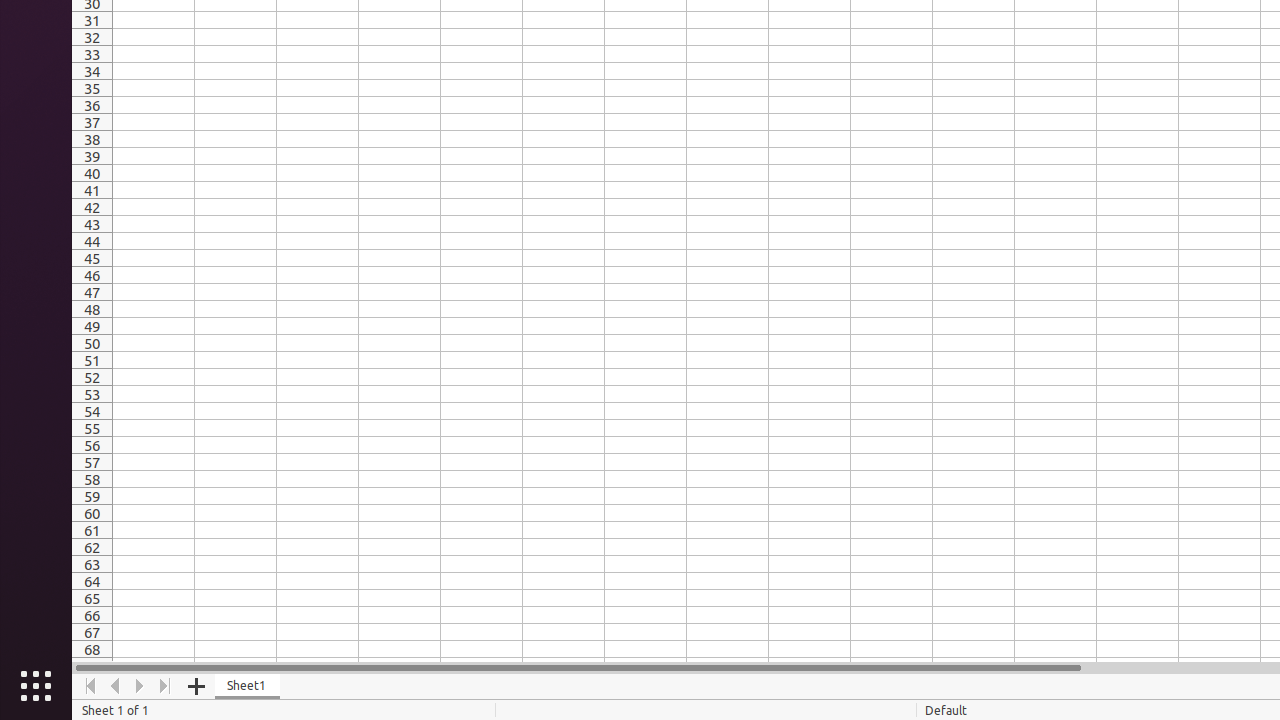  What do you see at coordinates (35, 685) in the screenshot?
I see `'Show Applications'` at bounding box center [35, 685].